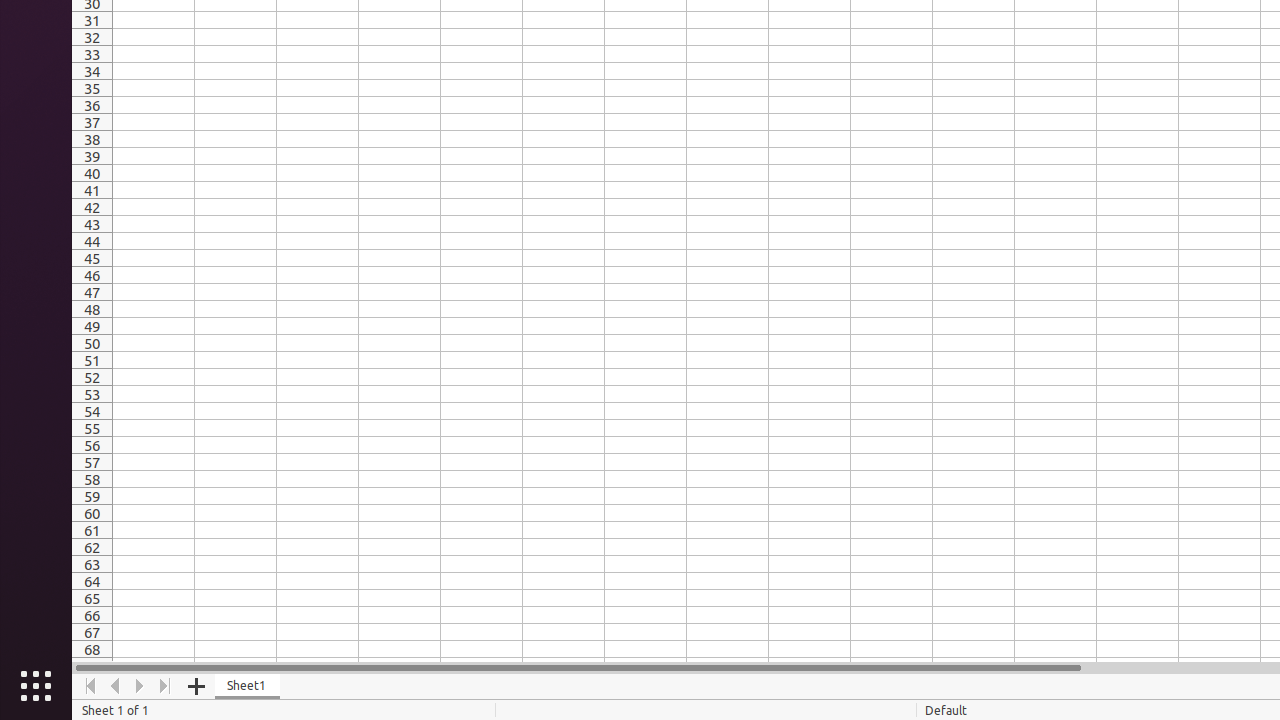  What do you see at coordinates (35, 685) in the screenshot?
I see `'Show Applications'` at bounding box center [35, 685].